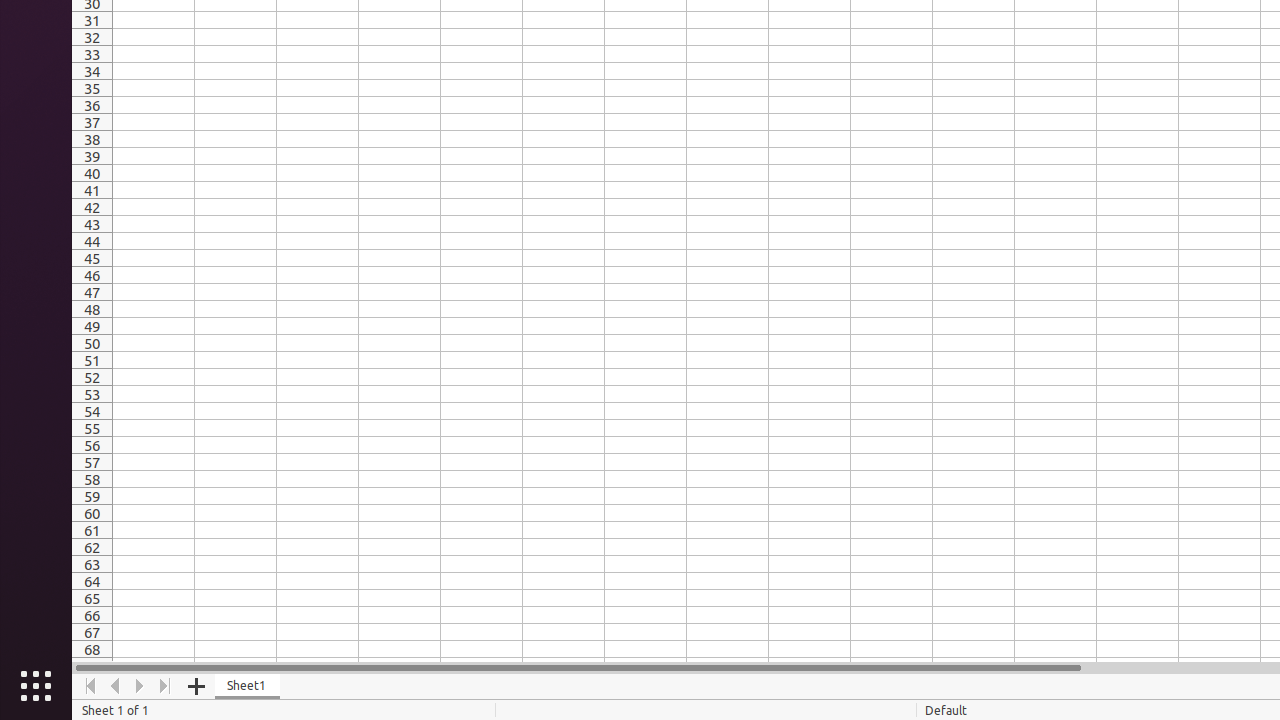  What do you see at coordinates (35, 685) in the screenshot?
I see `'Show Applications'` at bounding box center [35, 685].